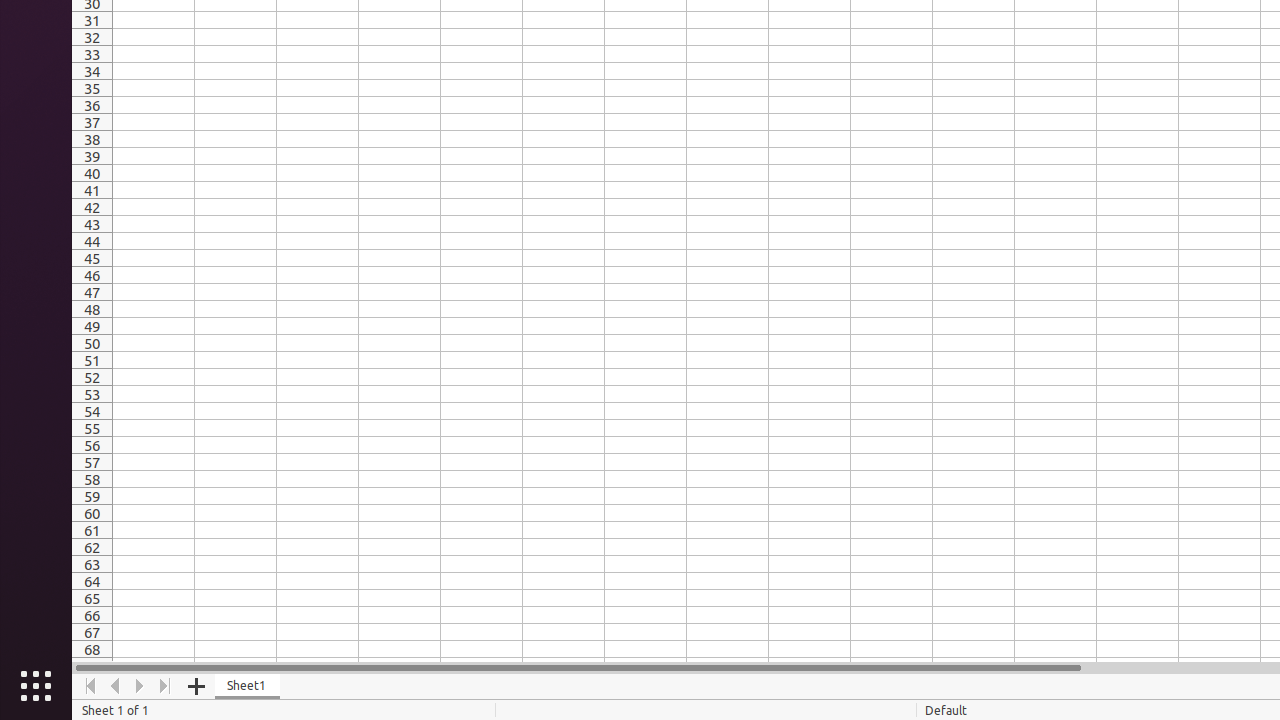  What do you see at coordinates (35, 685) in the screenshot?
I see `'Show Applications'` at bounding box center [35, 685].